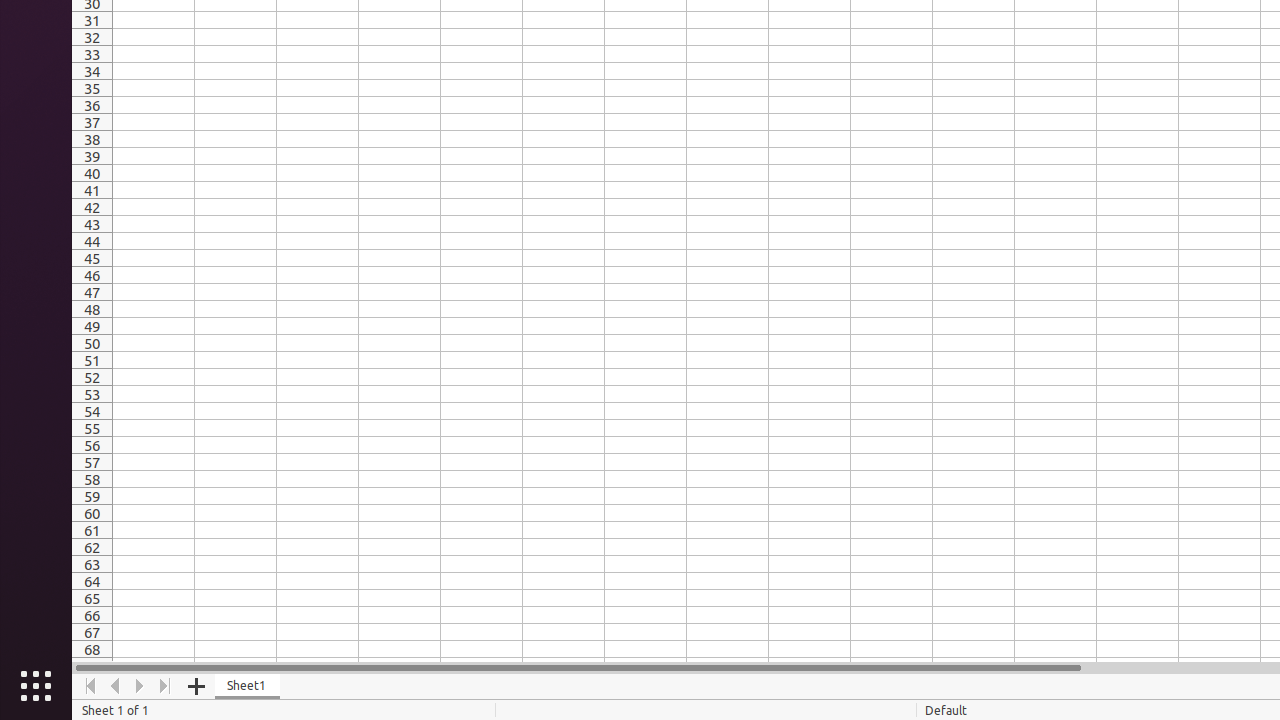  What do you see at coordinates (35, 685) in the screenshot?
I see `'Show Applications'` at bounding box center [35, 685].